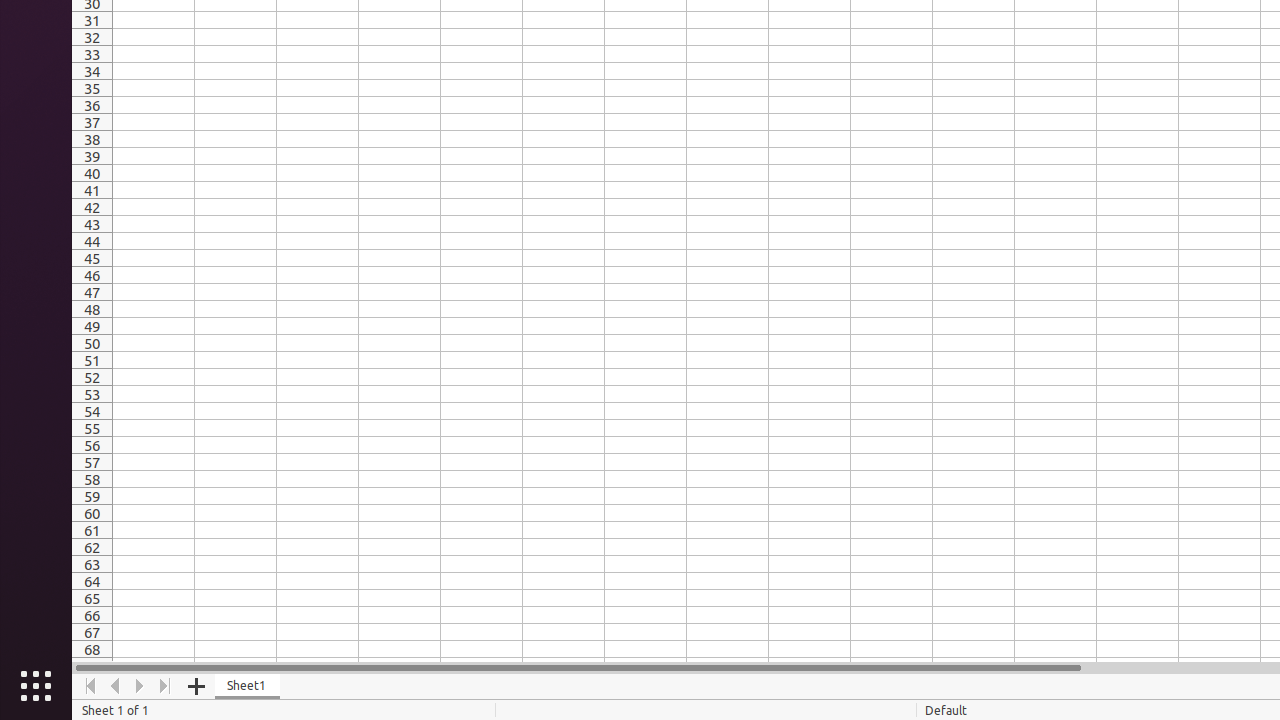  What do you see at coordinates (35, 685) in the screenshot?
I see `'Show Applications'` at bounding box center [35, 685].